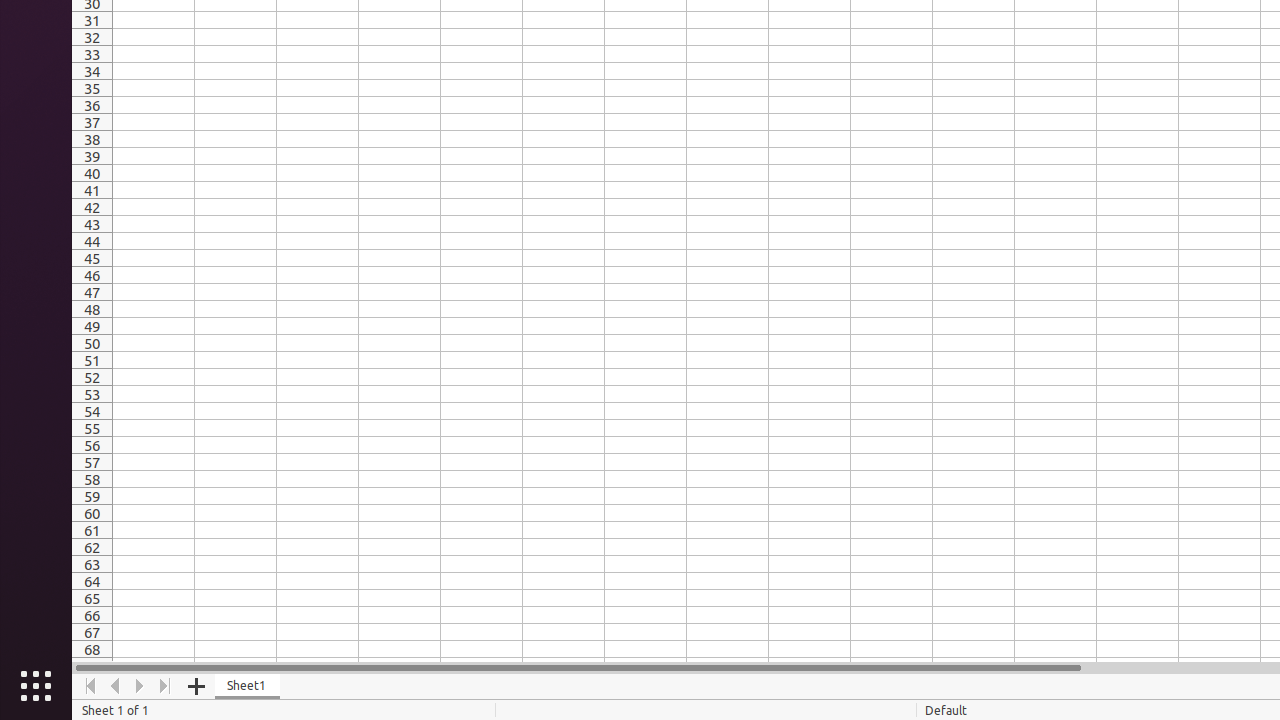  What do you see at coordinates (35, 685) in the screenshot?
I see `'Show Applications'` at bounding box center [35, 685].